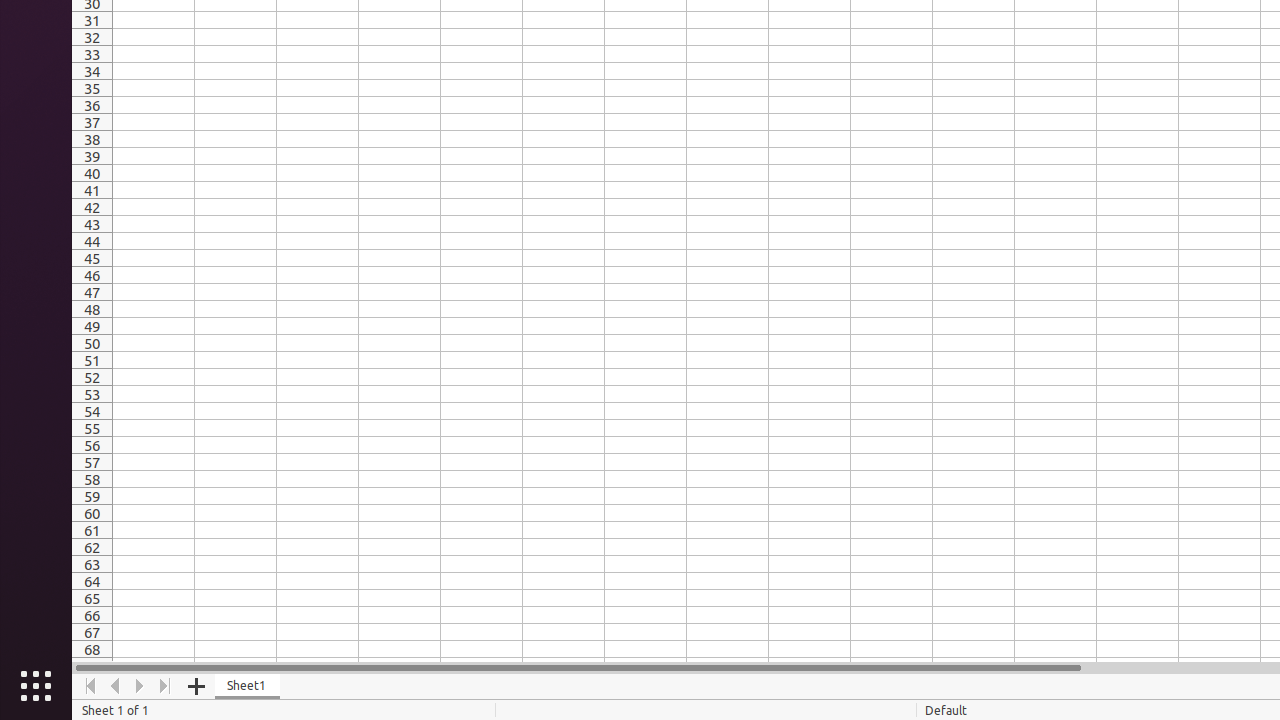  What do you see at coordinates (35, 685) in the screenshot?
I see `'Show Applications'` at bounding box center [35, 685].